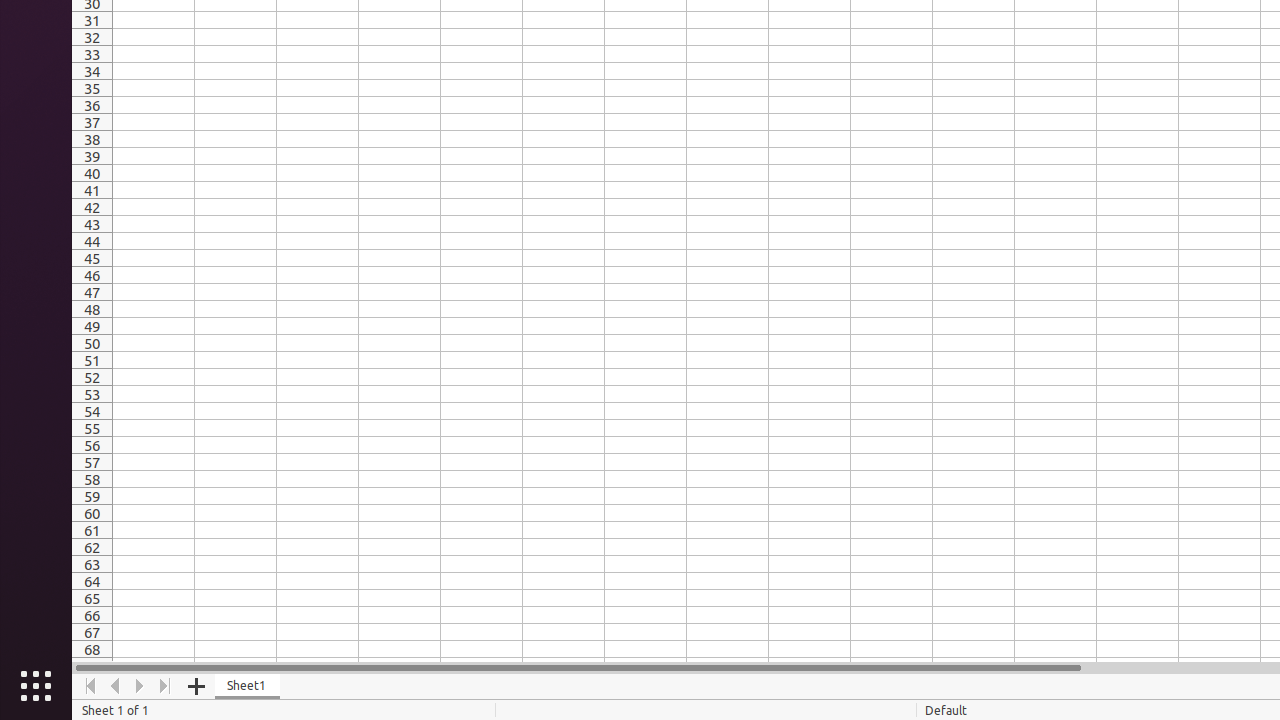  What do you see at coordinates (35, 685) in the screenshot?
I see `'Show Applications'` at bounding box center [35, 685].